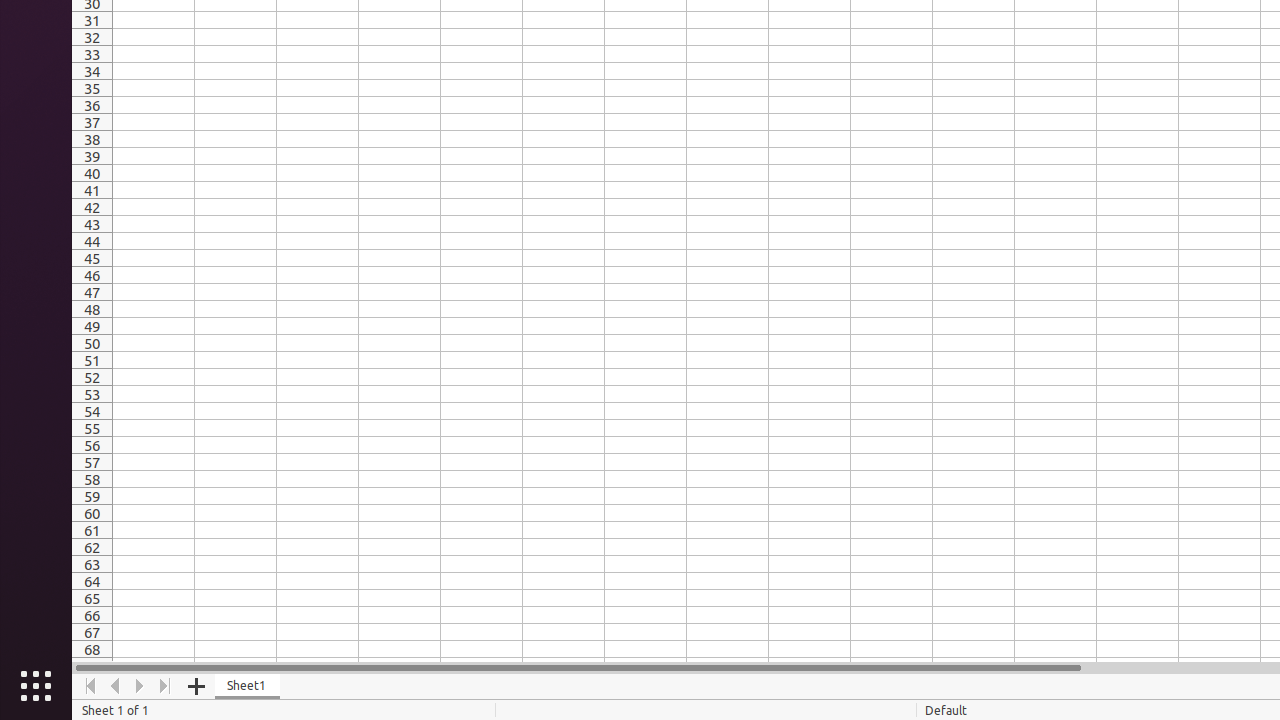  What do you see at coordinates (35, 685) in the screenshot?
I see `'Show Applications'` at bounding box center [35, 685].